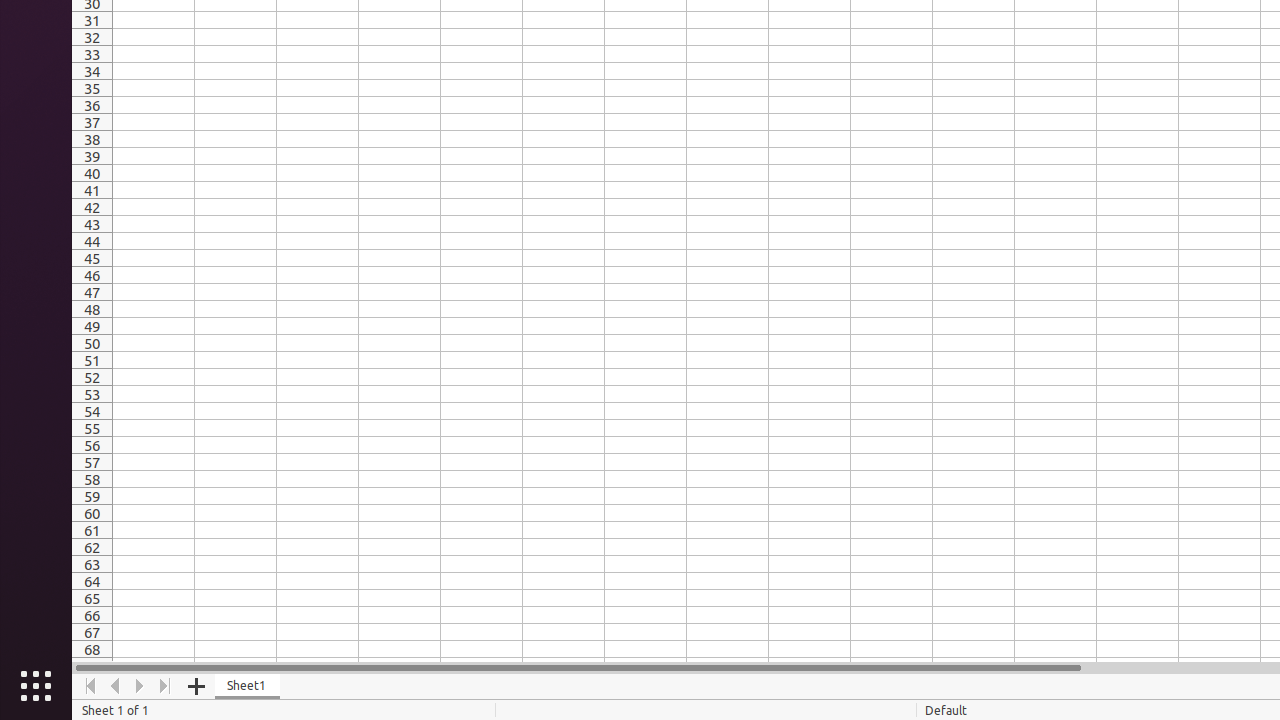  What do you see at coordinates (35, 685) in the screenshot?
I see `'Show Applications'` at bounding box center [35, 685].